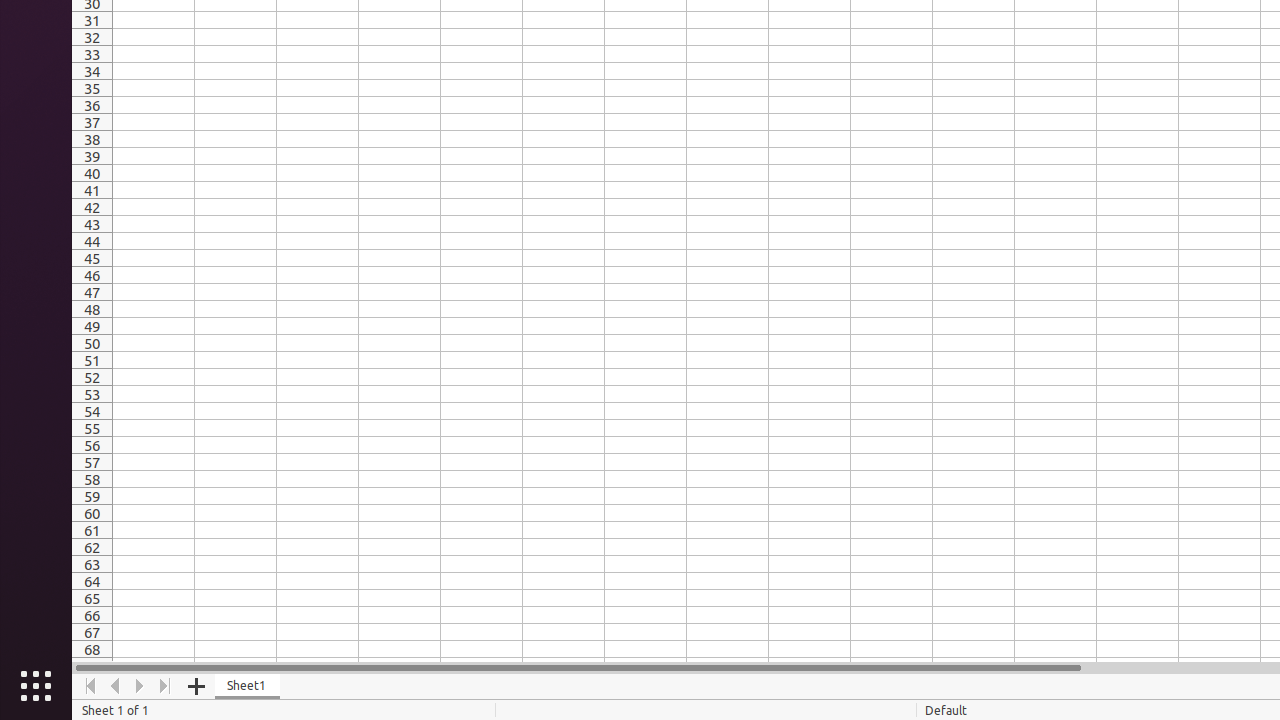  What do you see at coordinates (35, 685) in the screenshot?
I see `'Show Applications'` at bounding box center [35, 685].